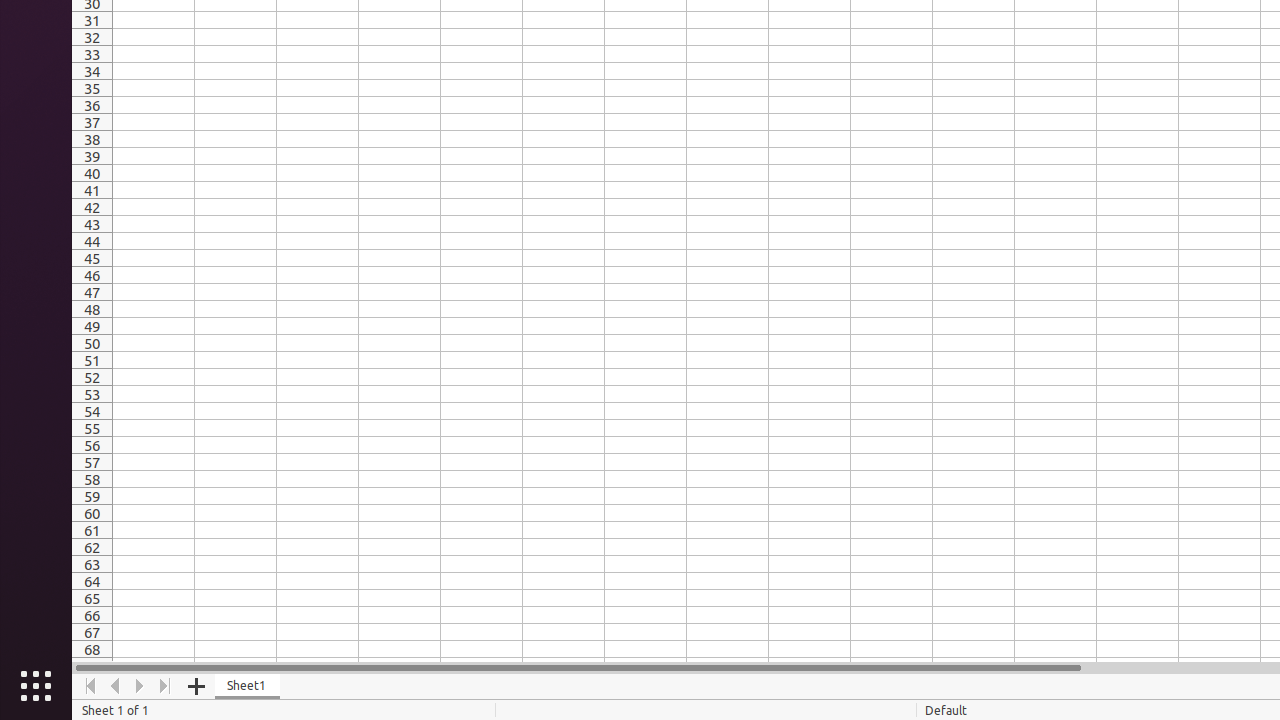  What do you see at coordinates (35, 685) in the screenshot?
I see `'Show Applications'` at bounding box center [35, 685].